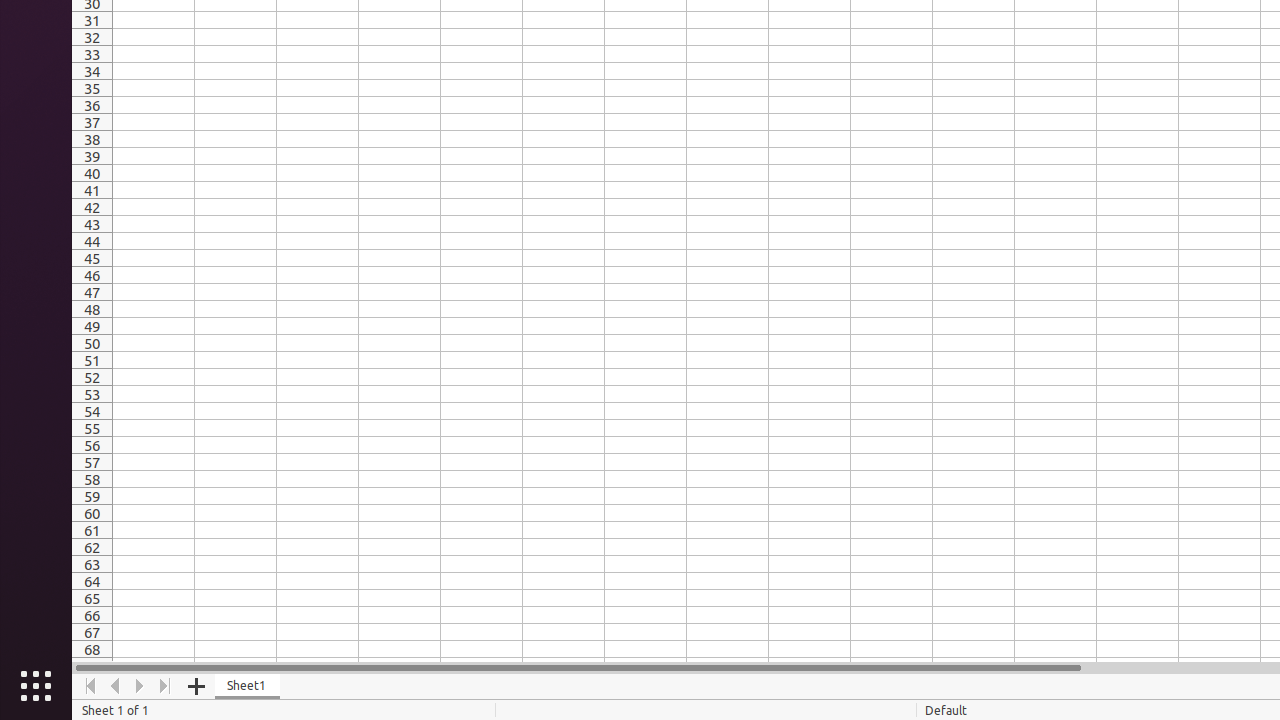  What do you see at coordinates (35, 685) in the screenshot?
I see `'Show Applications'` at bounding box center [35, 685].